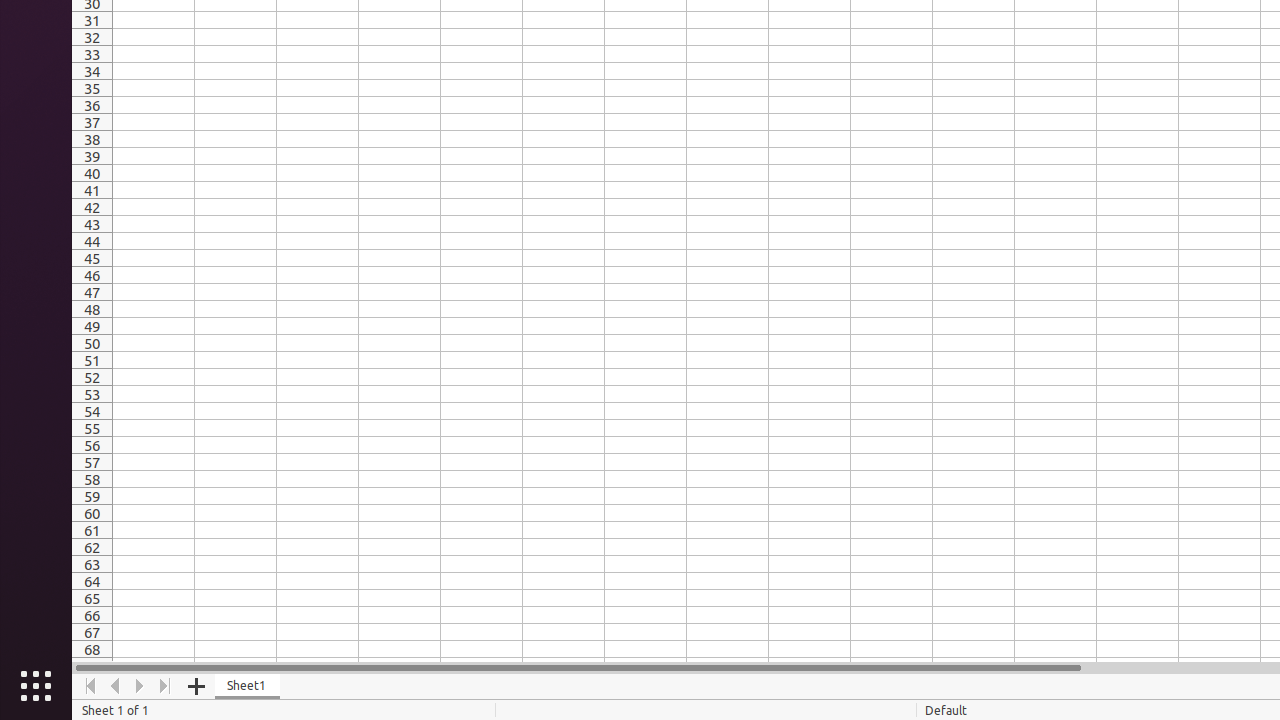  What do you see at coordinates (35, 685) in the screenshot?
I see `'Show Applications'` at bounding box center [35, 685].